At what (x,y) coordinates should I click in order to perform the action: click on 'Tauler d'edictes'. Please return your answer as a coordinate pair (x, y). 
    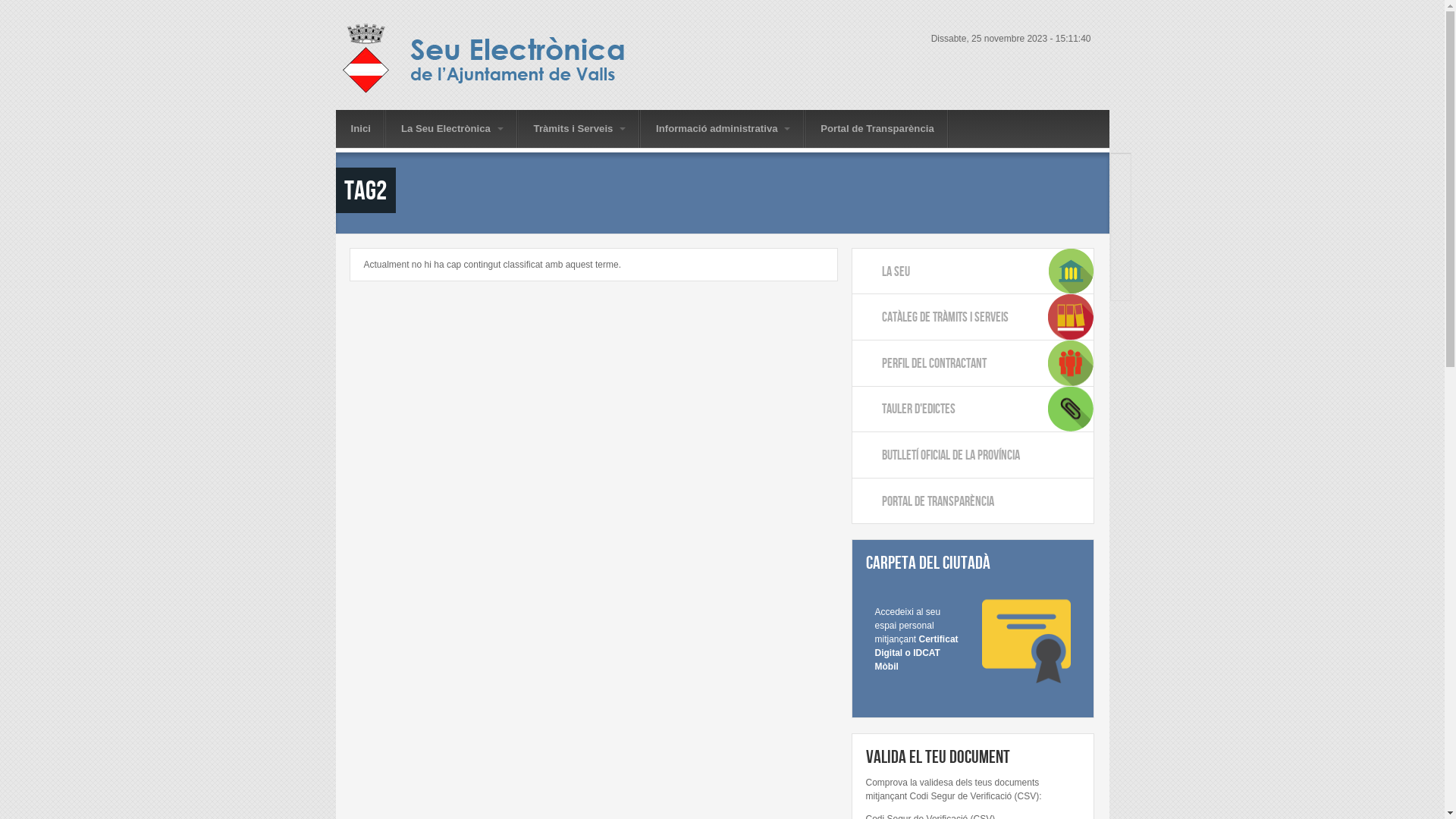
    Looking at the image, I should click on (972, 409).